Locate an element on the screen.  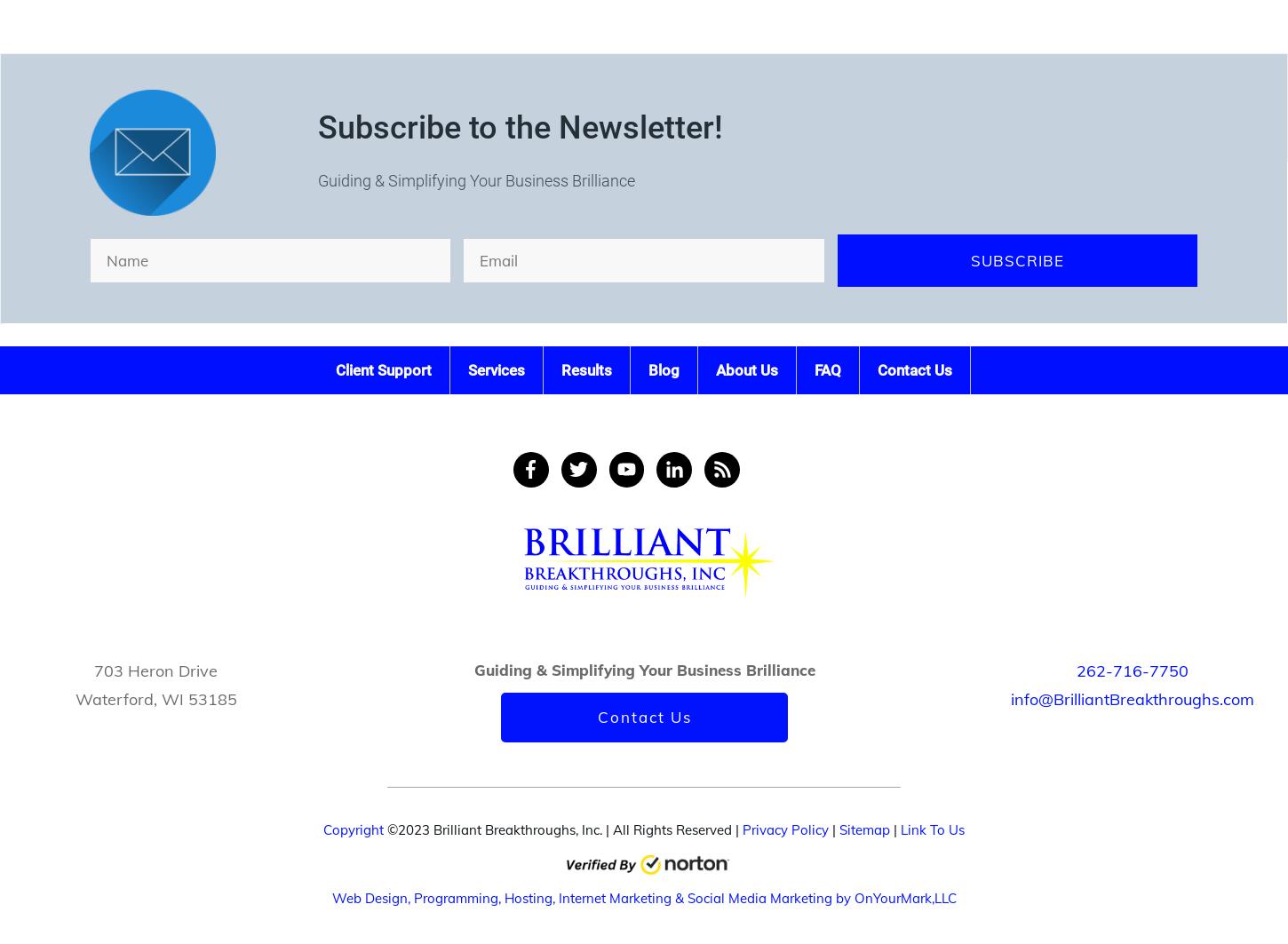
'Link To Us' is located at coordinates (932, 829).